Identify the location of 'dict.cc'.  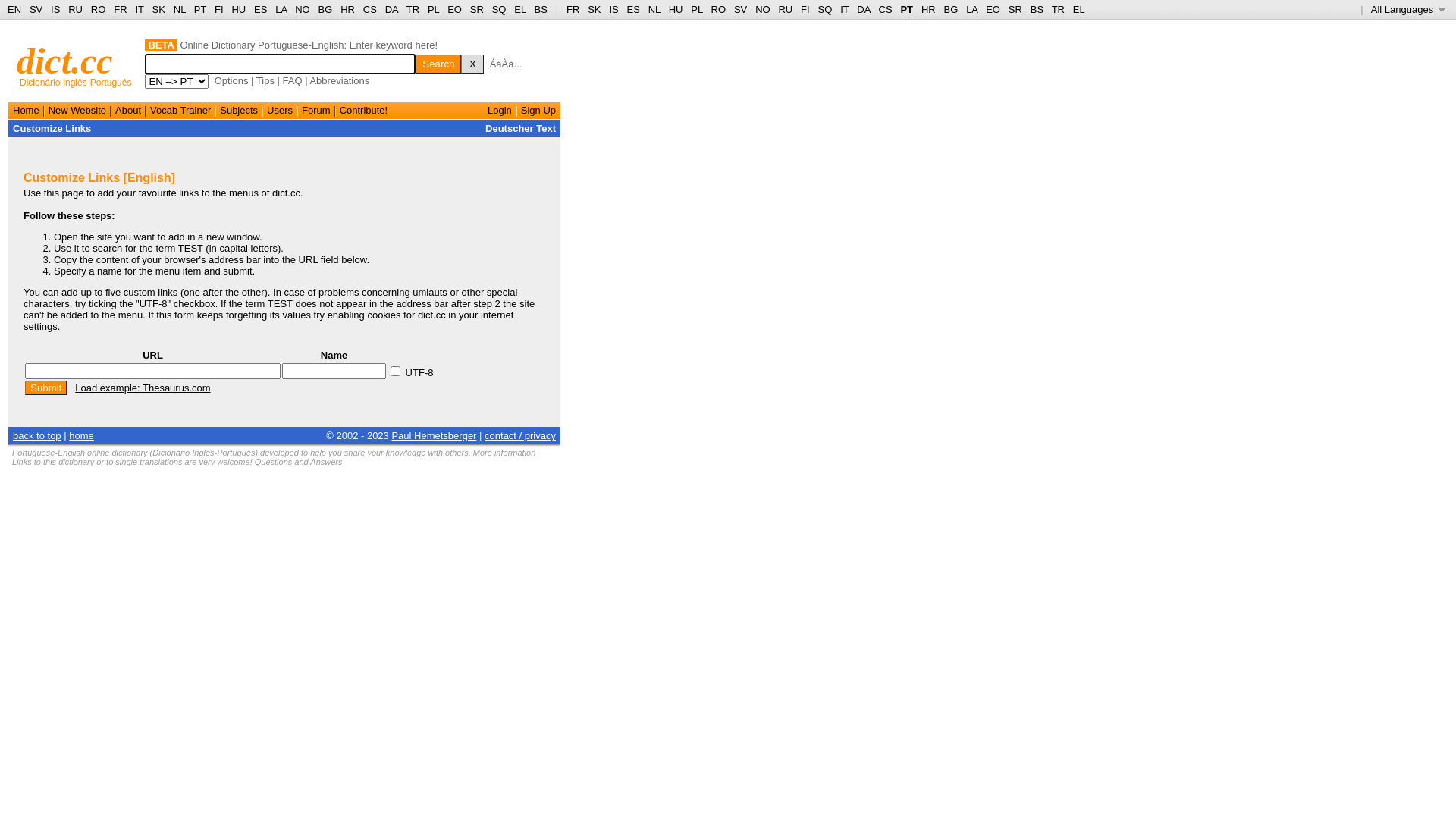
(64, 60).